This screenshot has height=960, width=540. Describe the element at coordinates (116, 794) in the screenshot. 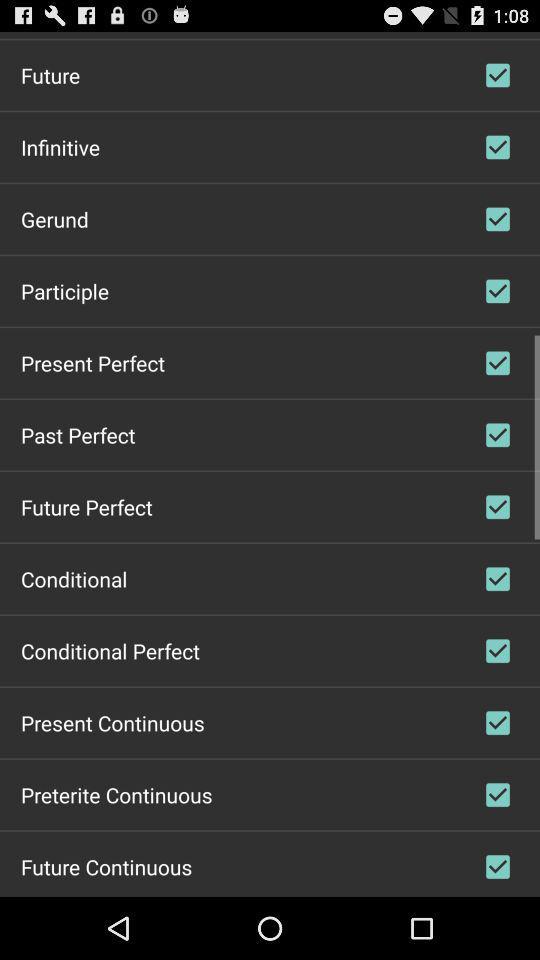

I see `the icon below the present continuous item` at that location.